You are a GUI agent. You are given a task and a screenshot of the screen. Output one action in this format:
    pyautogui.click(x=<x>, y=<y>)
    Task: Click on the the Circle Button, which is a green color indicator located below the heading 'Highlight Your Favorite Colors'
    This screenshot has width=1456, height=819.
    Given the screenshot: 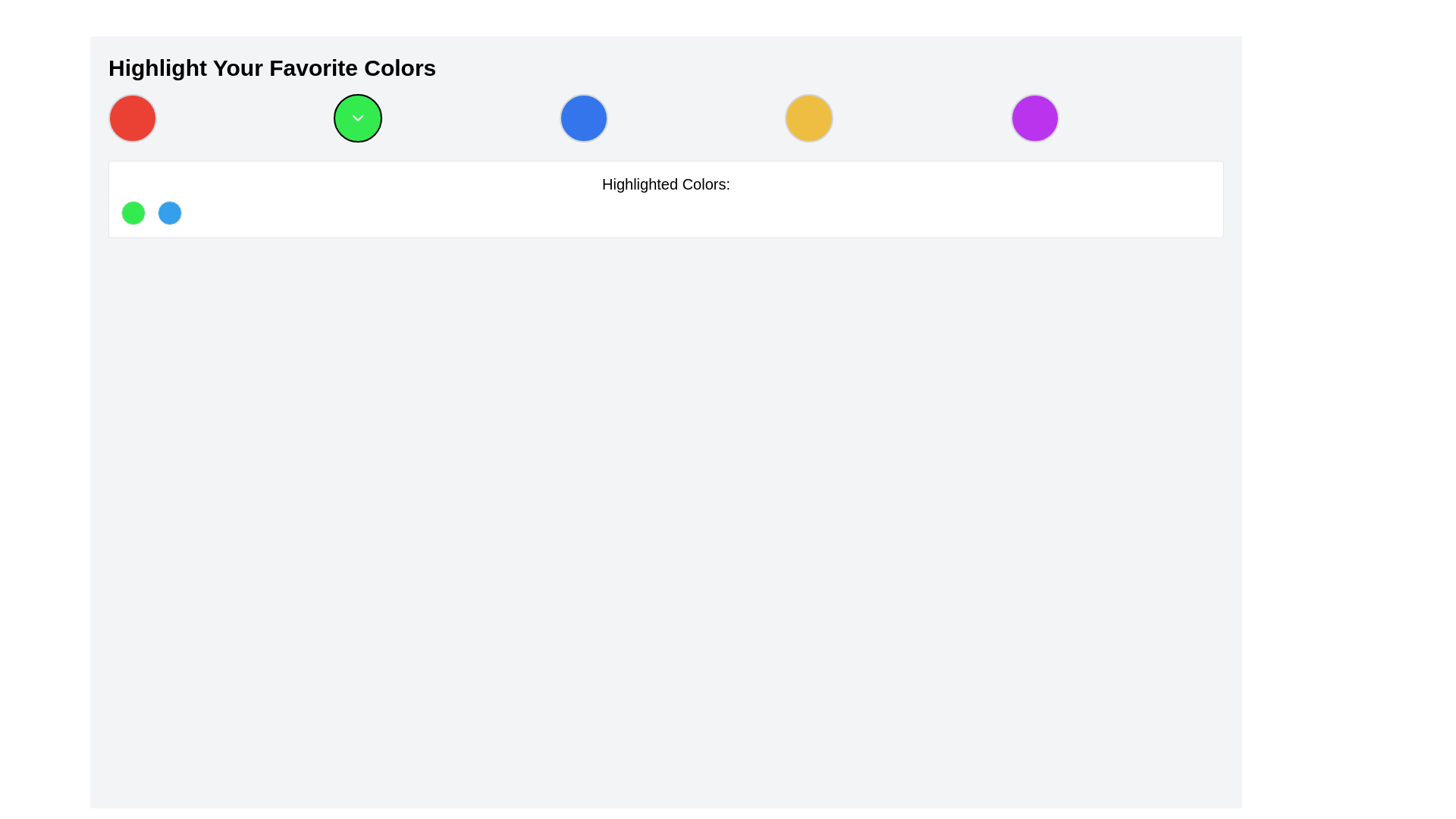 What is the action you would take?
    pyautogui.click(x=133, y=213)
    